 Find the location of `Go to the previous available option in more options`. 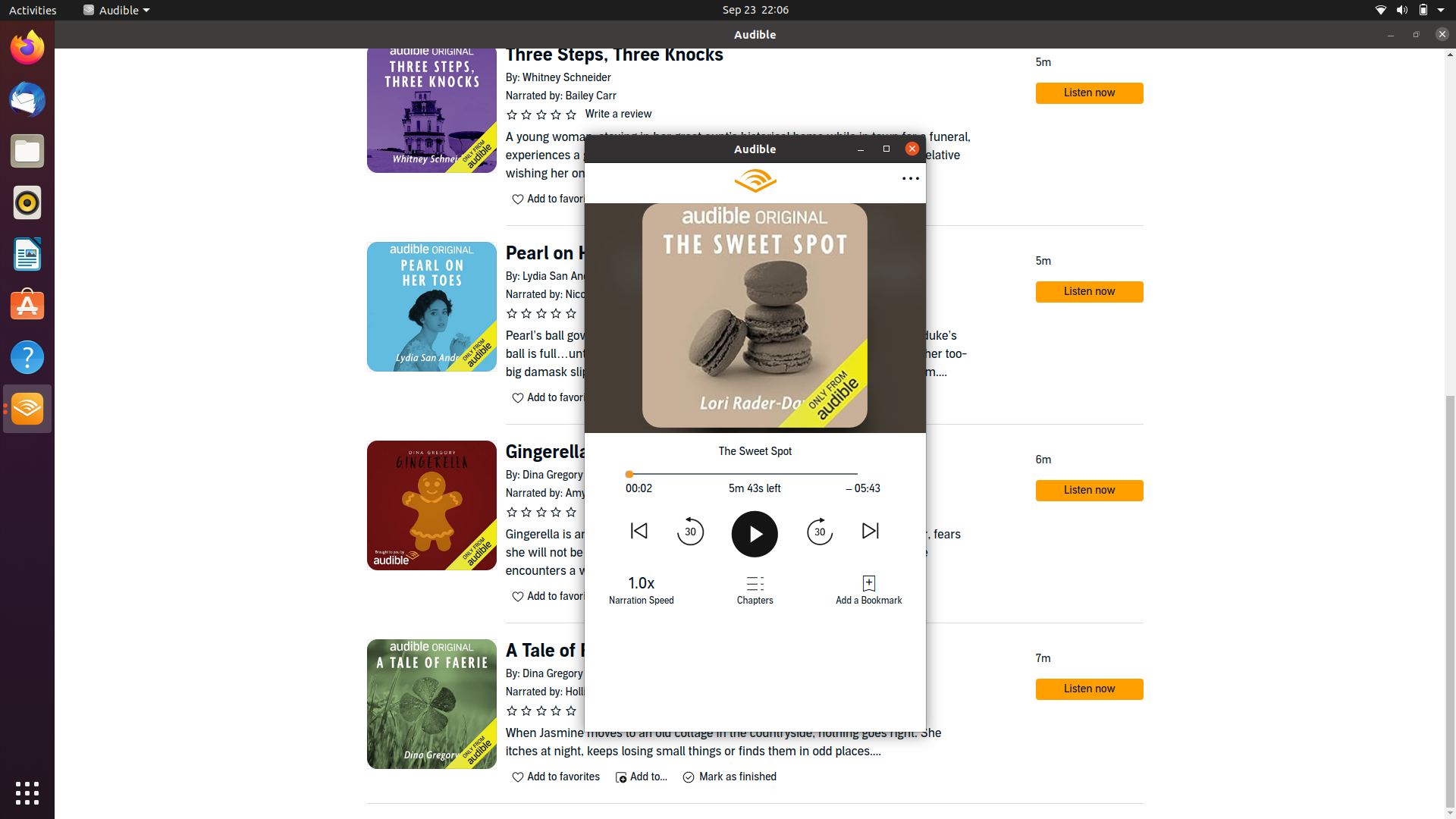

Go to the previous available option in more options is located at coordinates (909, 178).